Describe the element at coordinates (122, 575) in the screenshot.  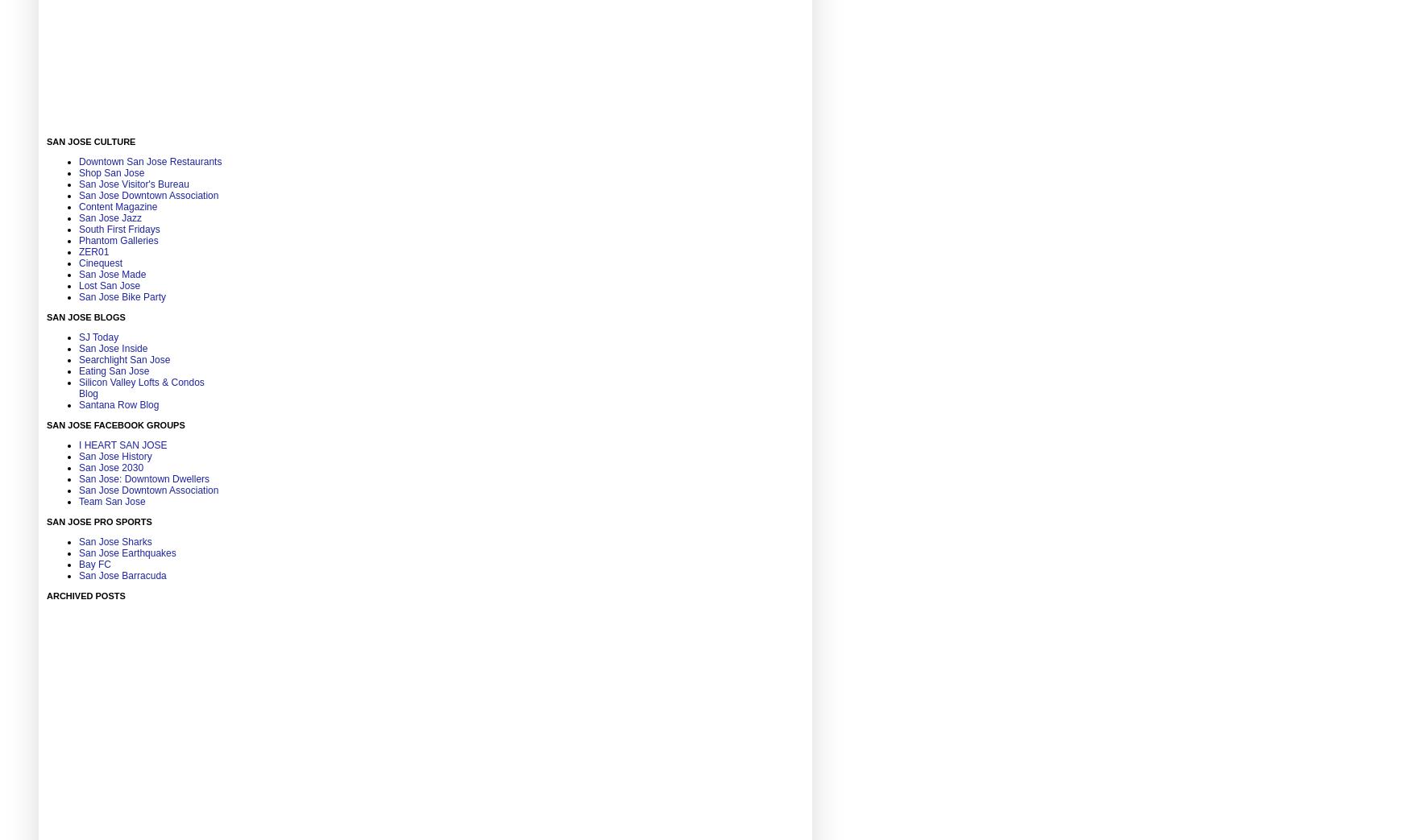
I see `'San Jose Barracuda'` at that location.